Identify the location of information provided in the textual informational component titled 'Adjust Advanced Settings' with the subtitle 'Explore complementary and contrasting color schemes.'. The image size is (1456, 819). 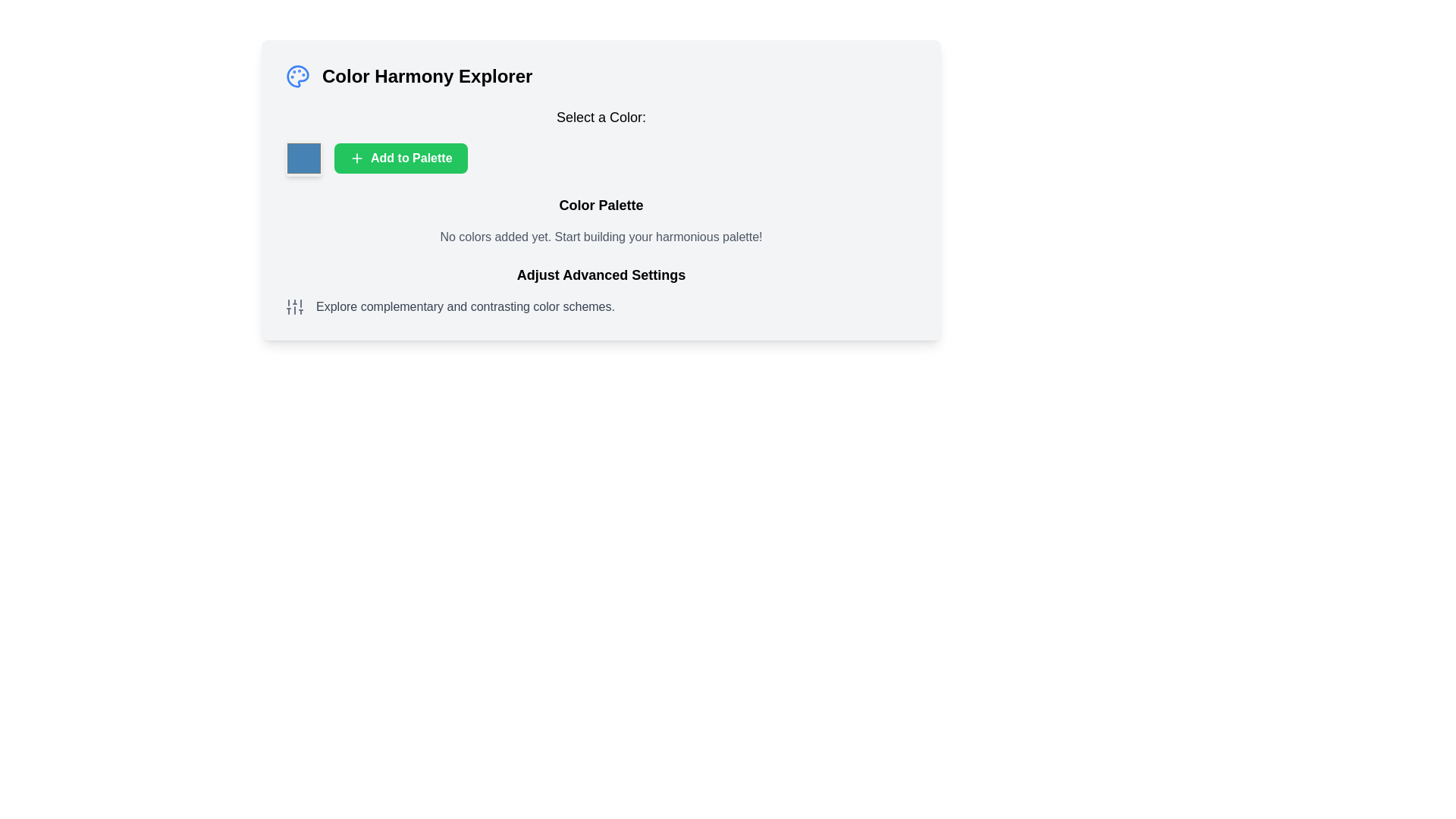
(600, 290).